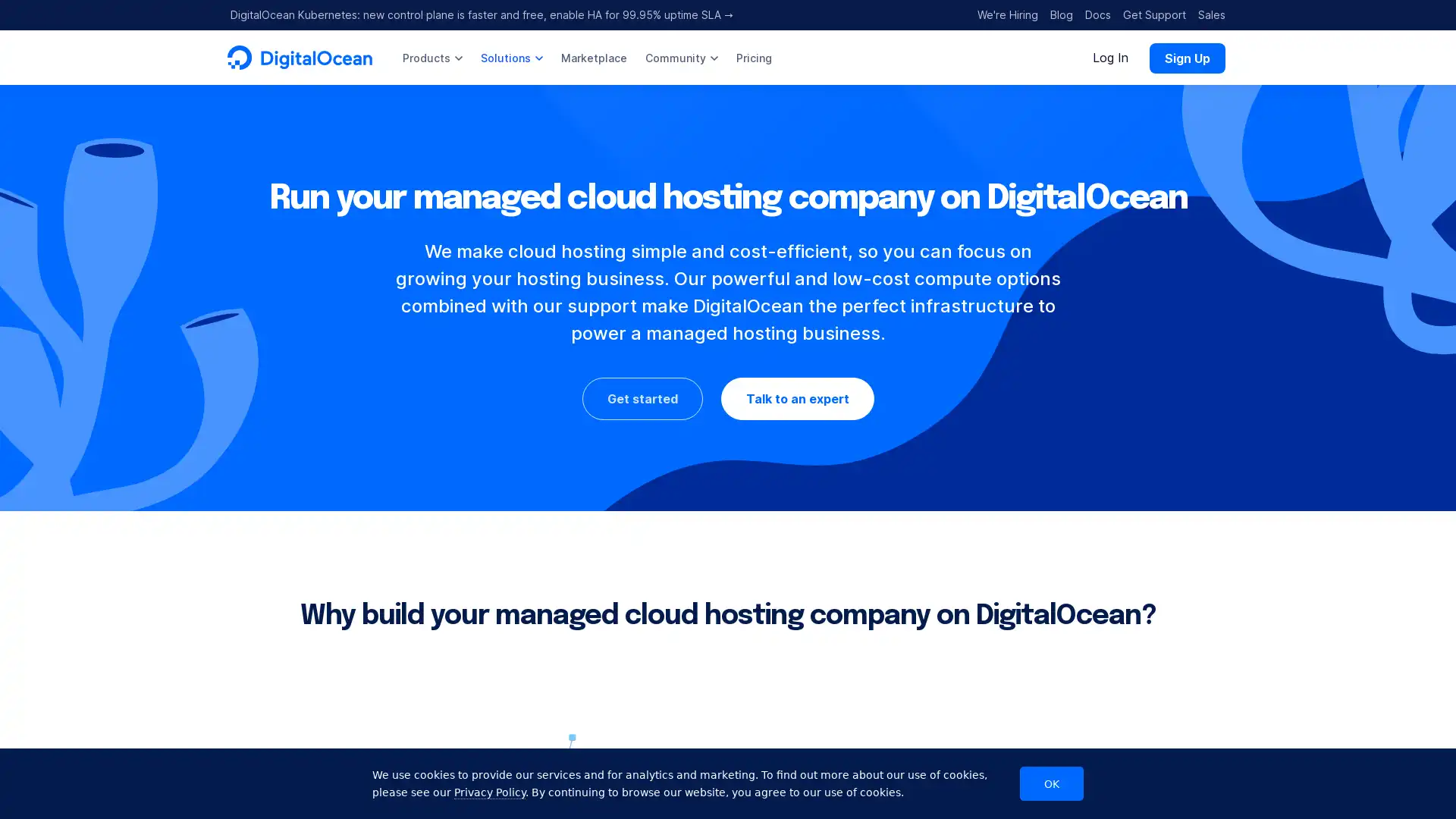  What do you see at coordinates (1110, 57) in the screenshot?
I see `Log In` at bounding box center [1110, 57].